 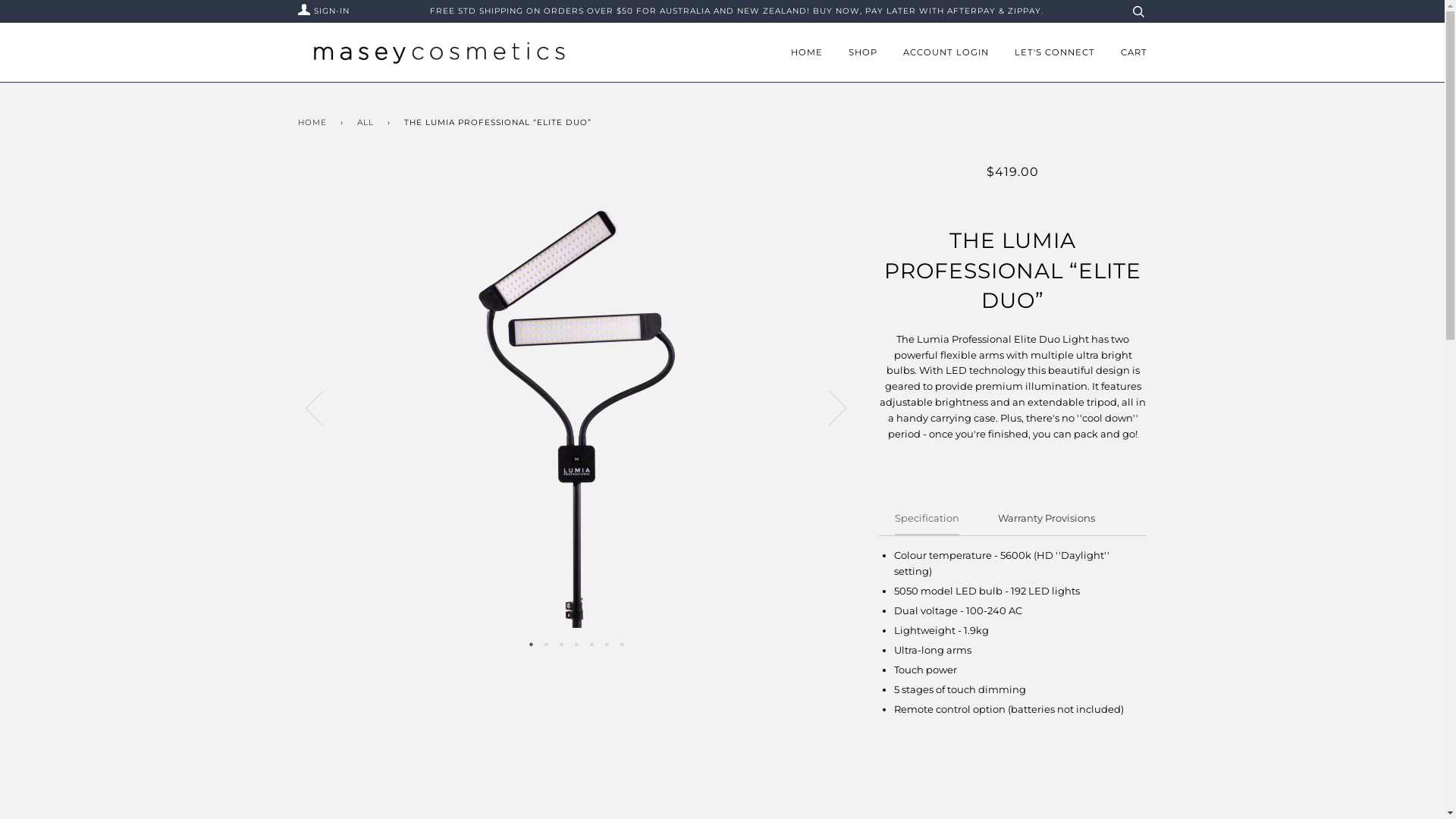 I want to click on '2', so click(x=546, y=643).